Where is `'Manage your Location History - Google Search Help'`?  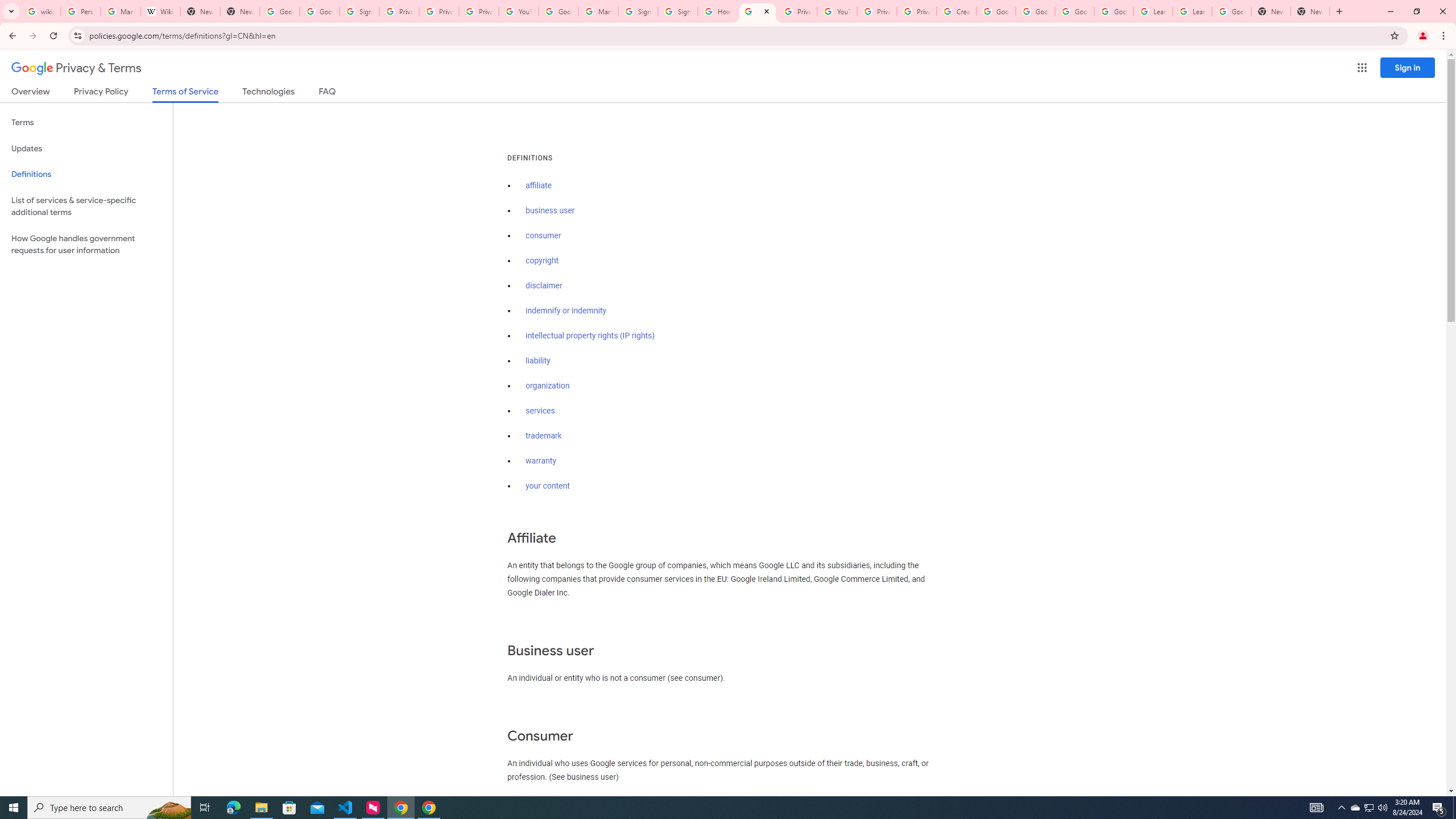 'Manage your Location History - Google Search Help' is located at coordinates (120, 11).